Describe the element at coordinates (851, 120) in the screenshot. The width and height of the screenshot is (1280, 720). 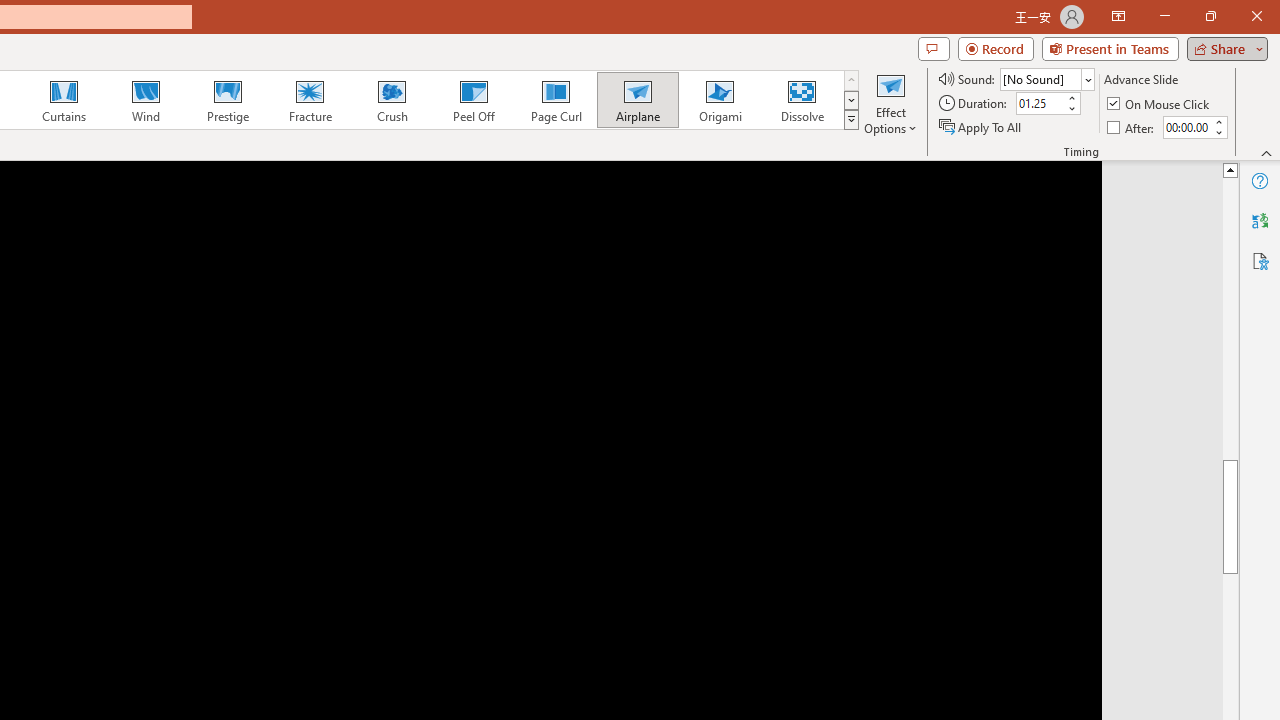
I see `'Transition Effects'` at that location.